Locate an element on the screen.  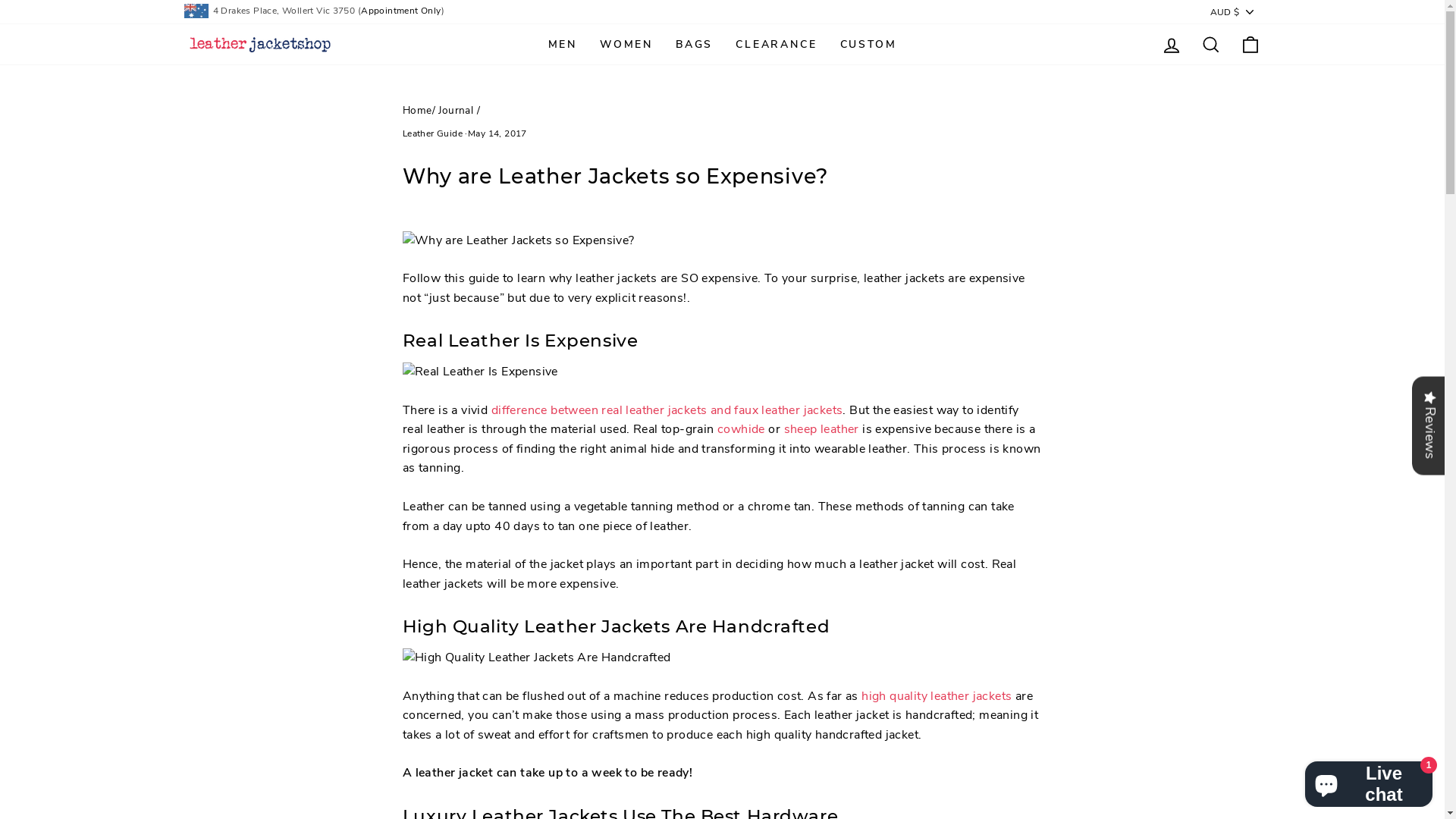
'Home' is located at coordinates (417, 109).